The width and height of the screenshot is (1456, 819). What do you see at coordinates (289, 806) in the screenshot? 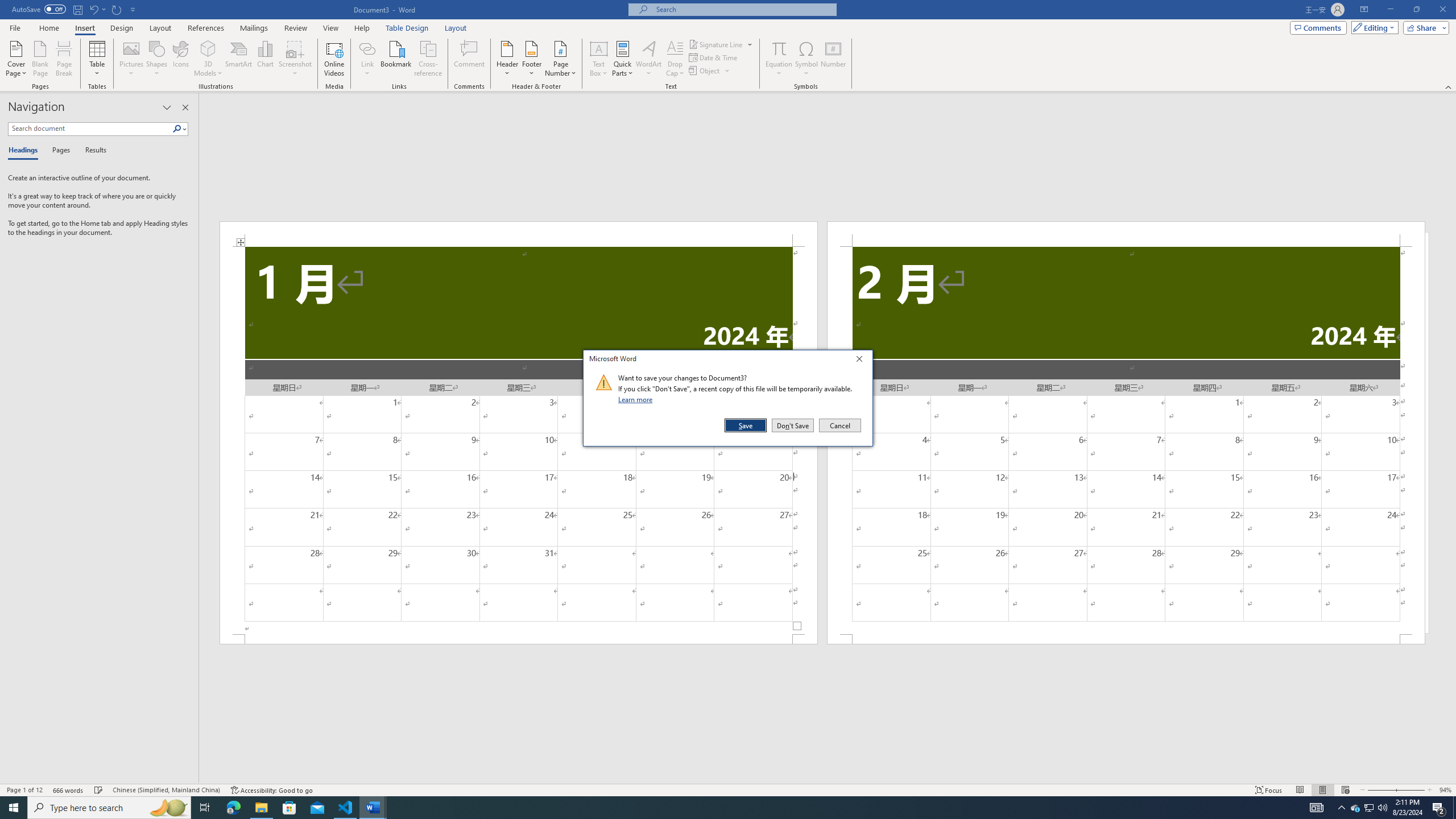
I see `'Microsoft Store'` at bounding box center [289, 806].